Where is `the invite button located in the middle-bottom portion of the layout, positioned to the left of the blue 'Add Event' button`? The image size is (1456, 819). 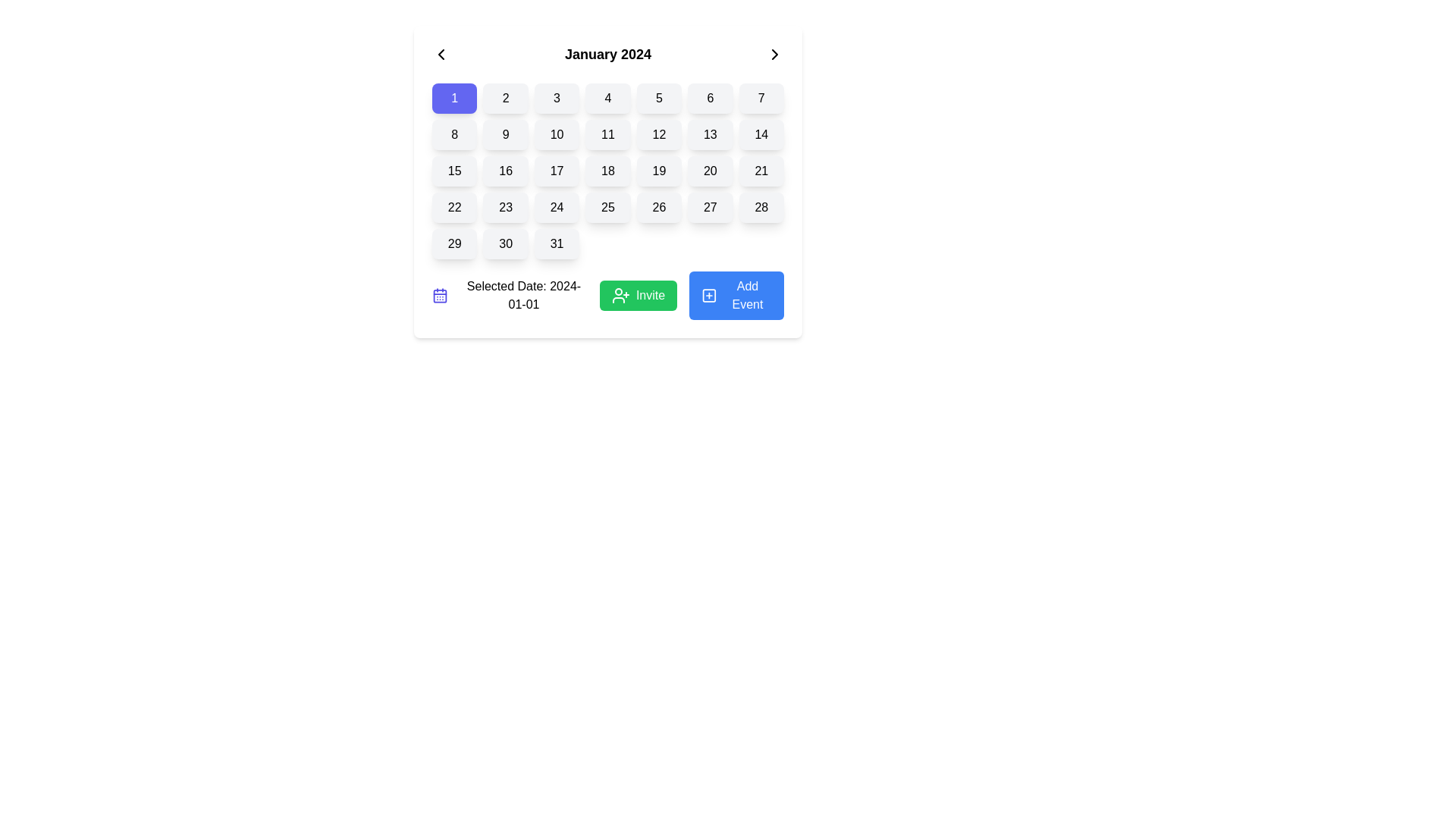 the invite button located in the middle-bottom portion of the layout, positioned to the left of the blue 'Add Event' button is located at coordinates (651, 295).